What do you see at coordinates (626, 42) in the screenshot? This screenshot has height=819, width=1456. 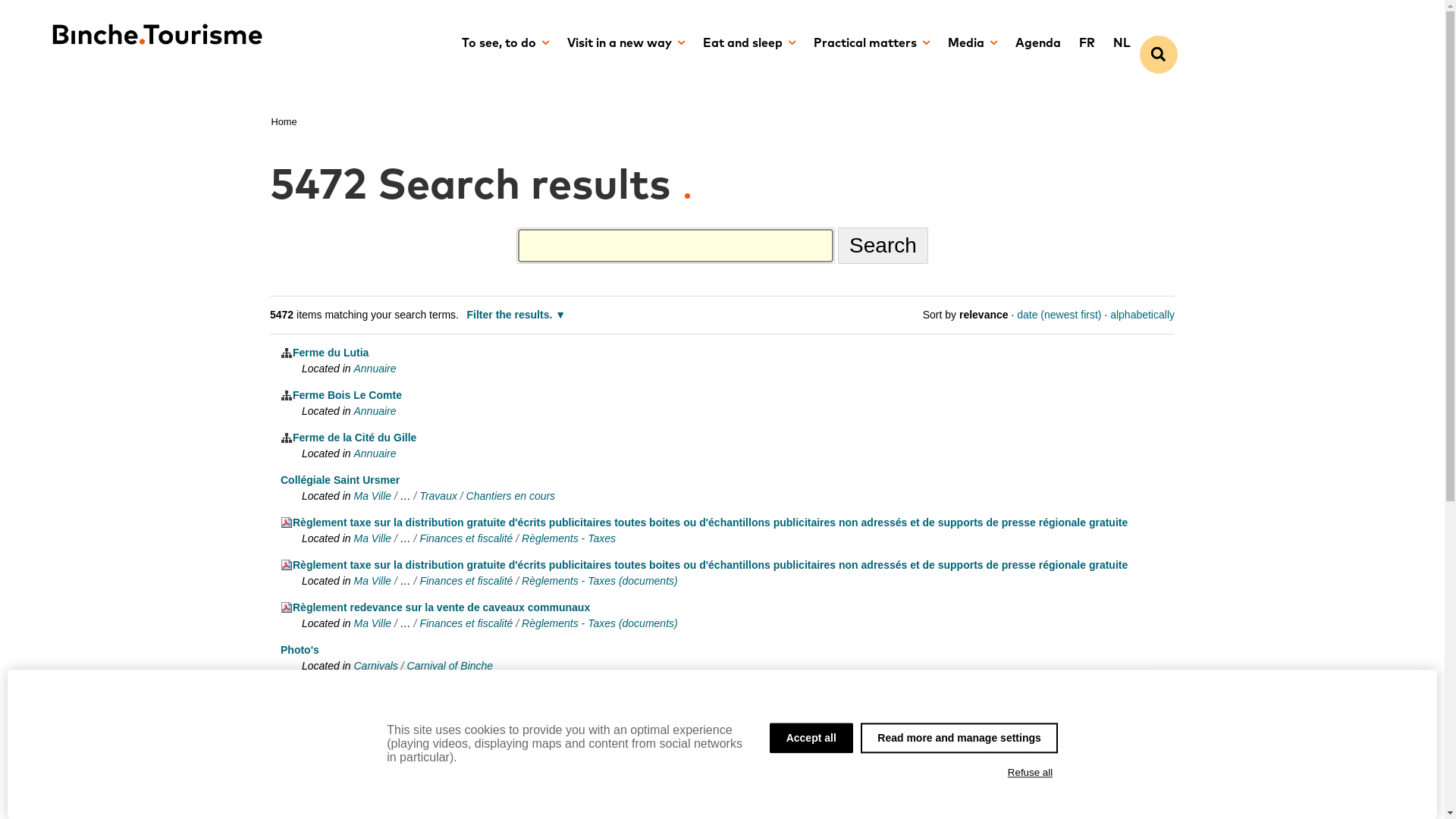 I see `'Visit in a new way'` at bounding box center [626, 42].